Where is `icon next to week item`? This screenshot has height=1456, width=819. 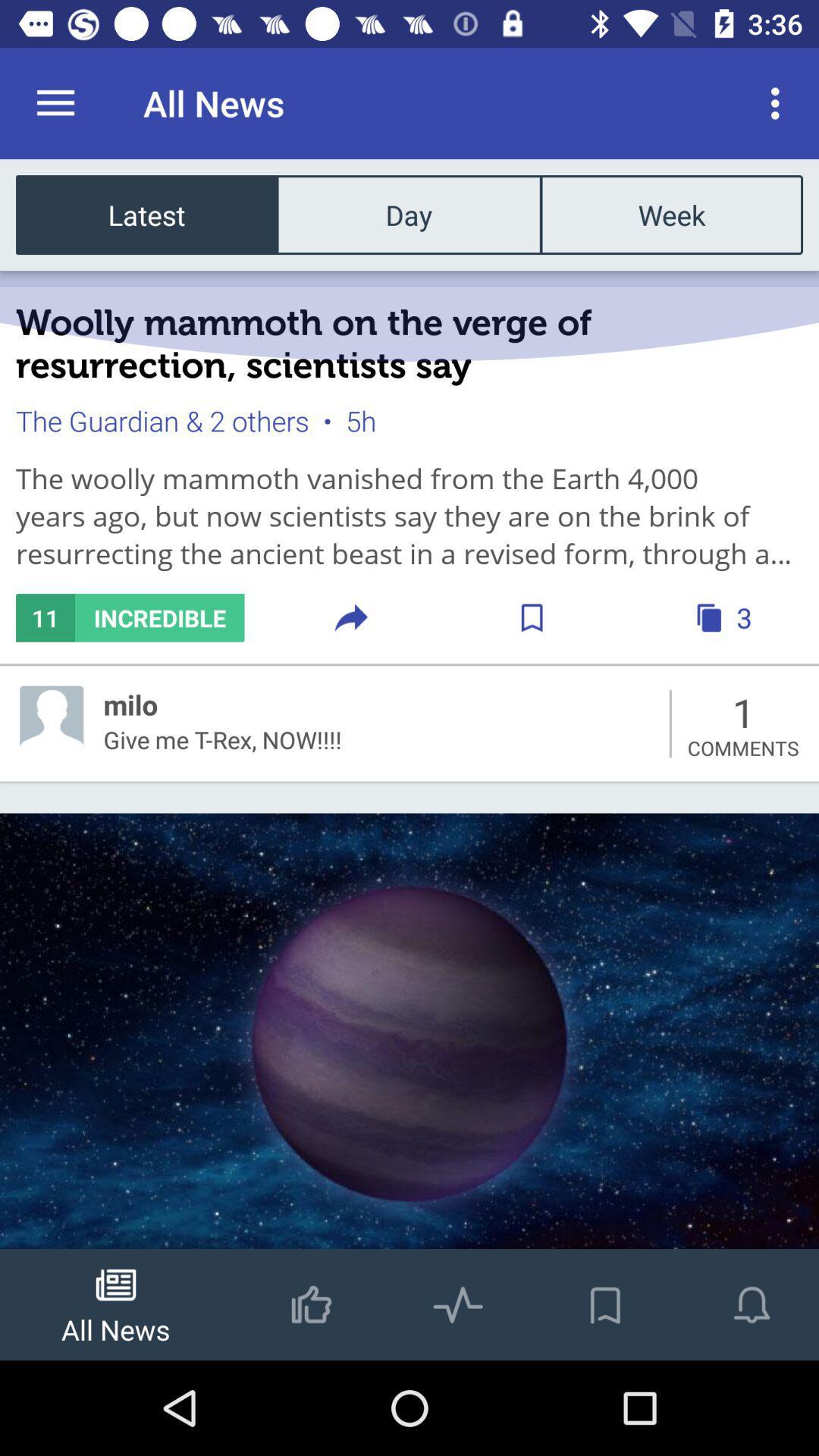
icon next to week item is located at coordinates (408, 214).